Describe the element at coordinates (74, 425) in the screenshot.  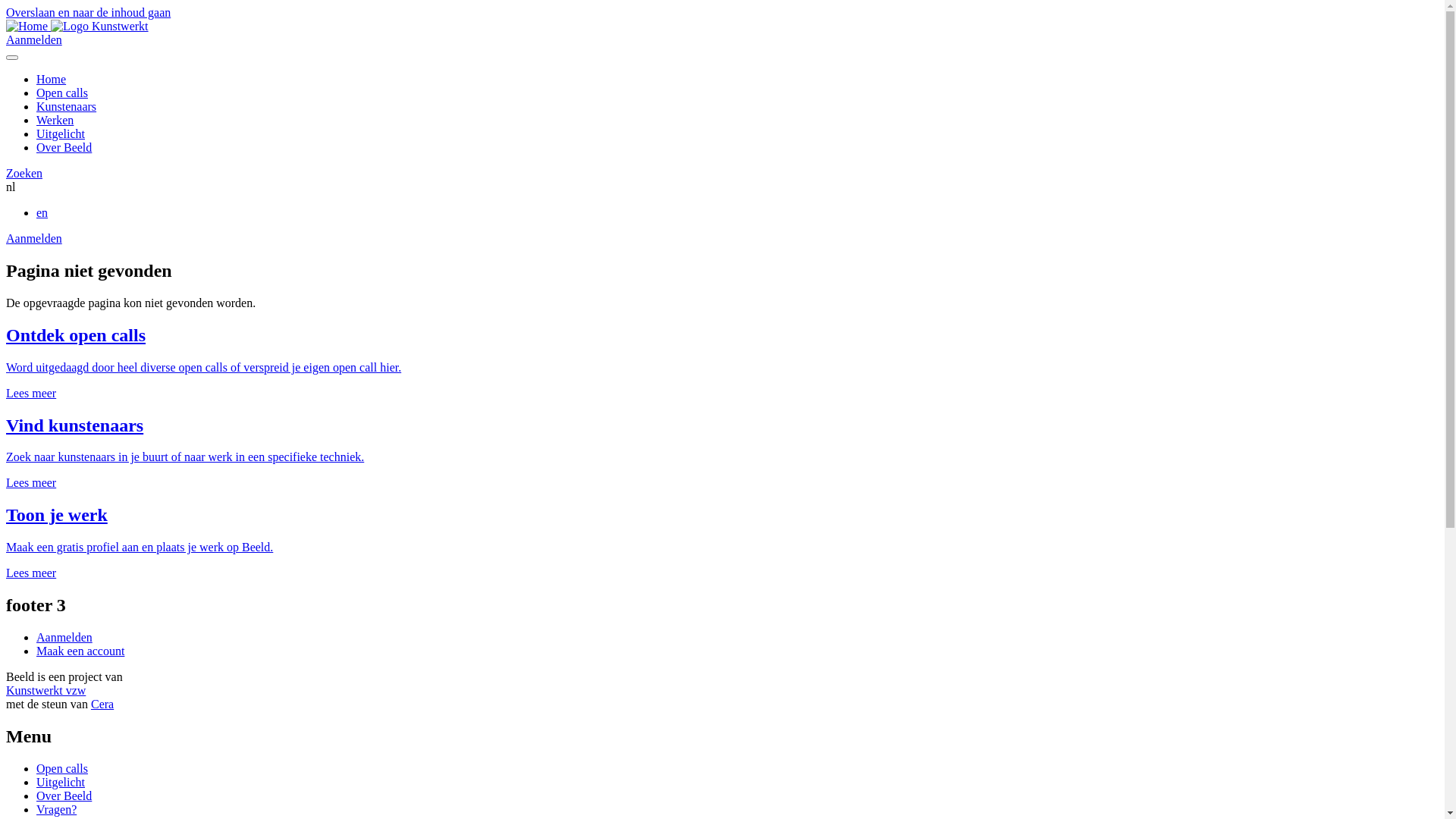
I see `'Vind kunstenaars'` at that location.